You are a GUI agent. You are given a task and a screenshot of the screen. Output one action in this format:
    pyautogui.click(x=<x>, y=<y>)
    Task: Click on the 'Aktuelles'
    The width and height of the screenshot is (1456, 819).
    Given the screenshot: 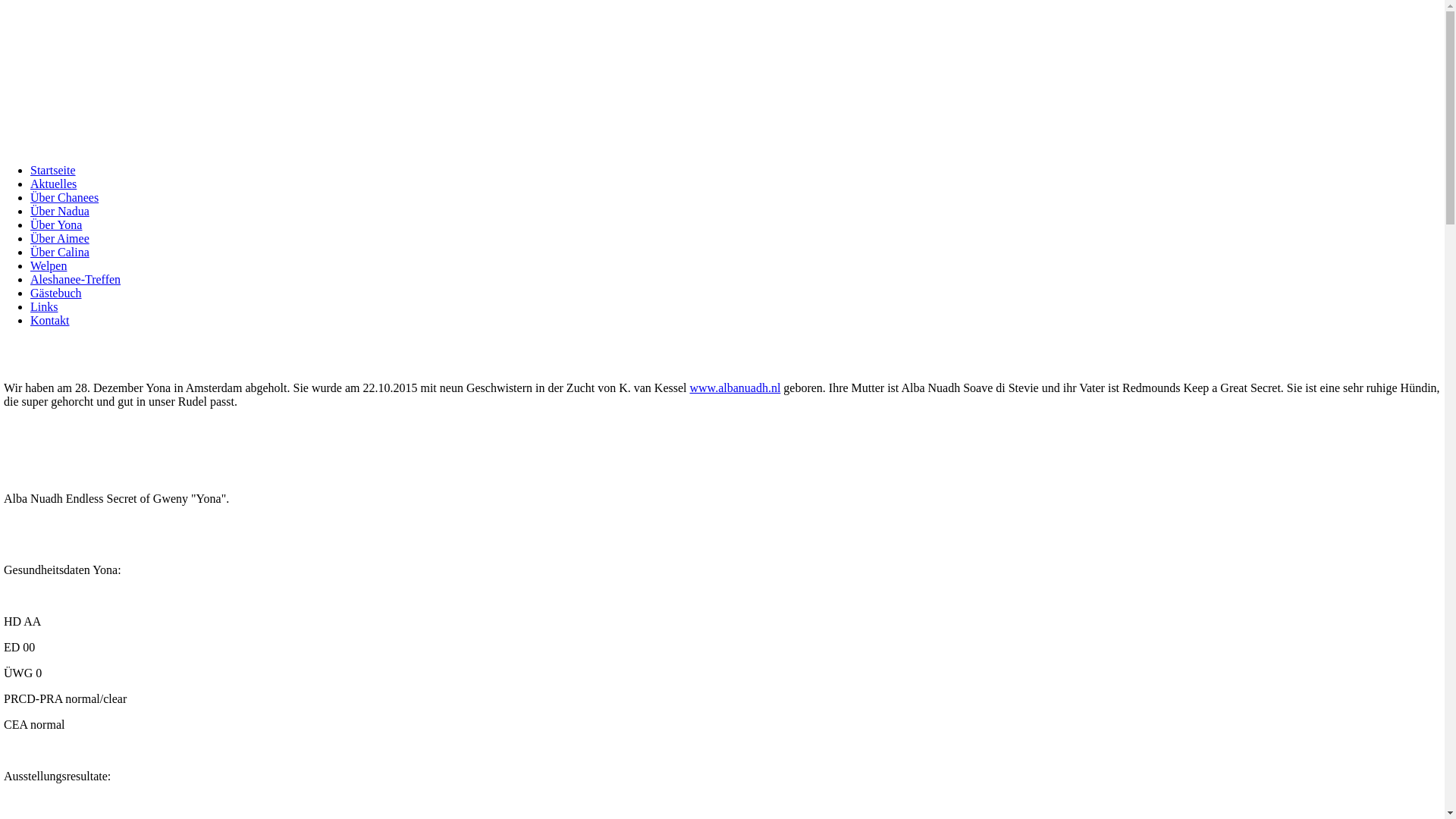 What is the action you would take?
    pyautogui.click(x=30, y=183)
    